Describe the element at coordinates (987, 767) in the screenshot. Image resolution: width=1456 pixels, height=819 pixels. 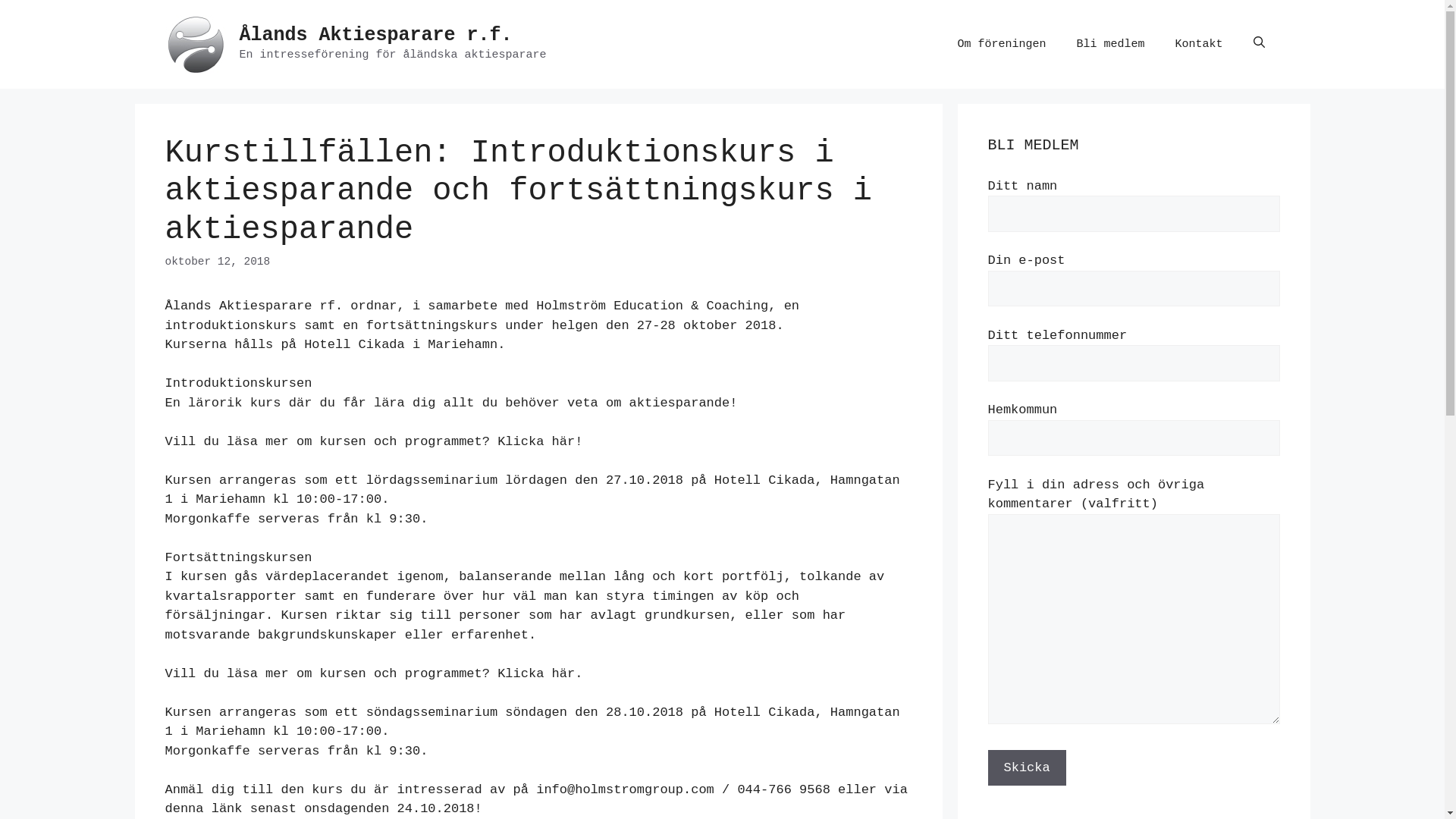
I see `'Skicka'` at that location.